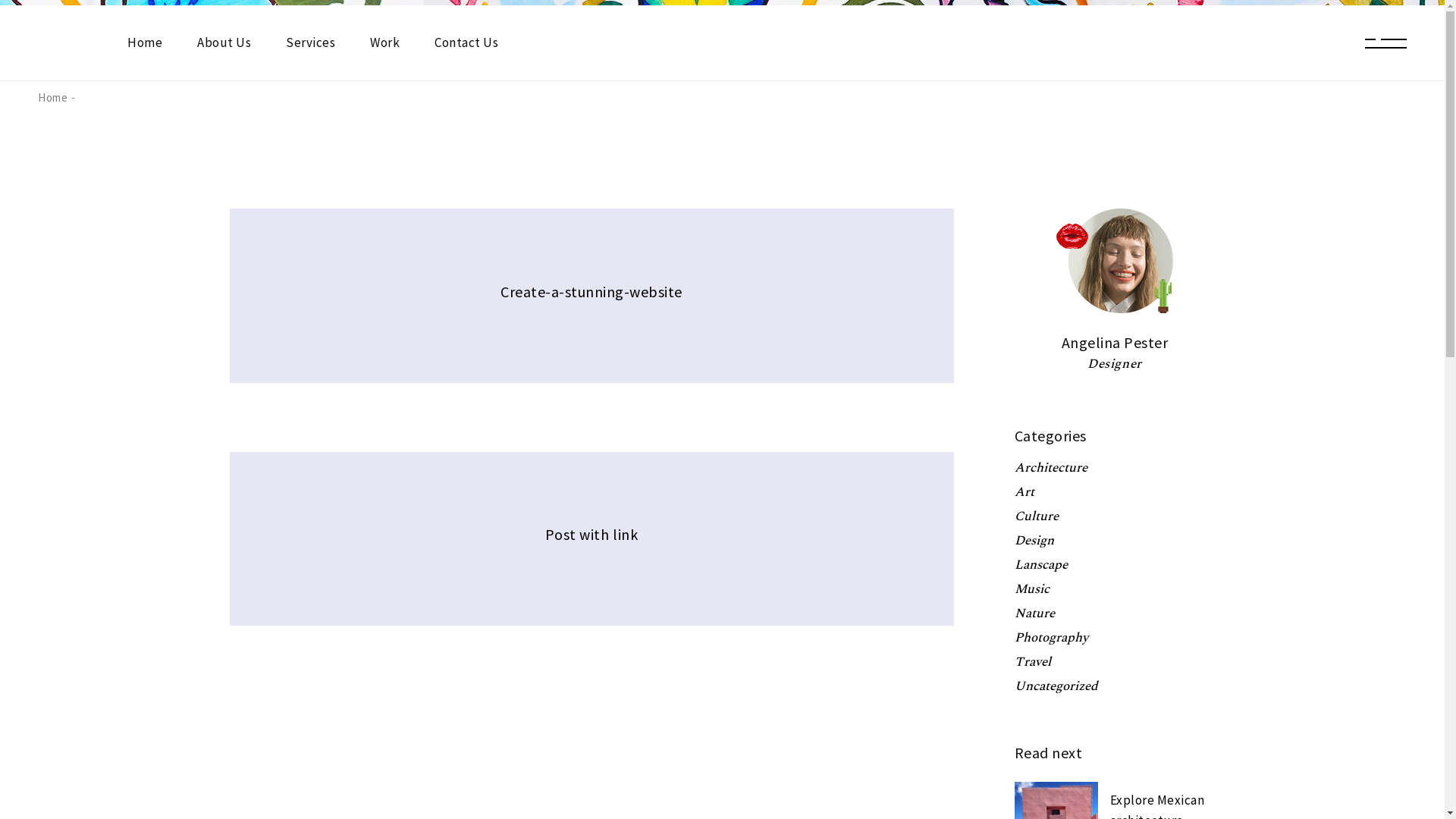 This screenshot has height=819, width=1456. What do you see at coordinates (1015, 661) in the screenshot?
I see `'Travel'` at bounding box center [1015, 661].